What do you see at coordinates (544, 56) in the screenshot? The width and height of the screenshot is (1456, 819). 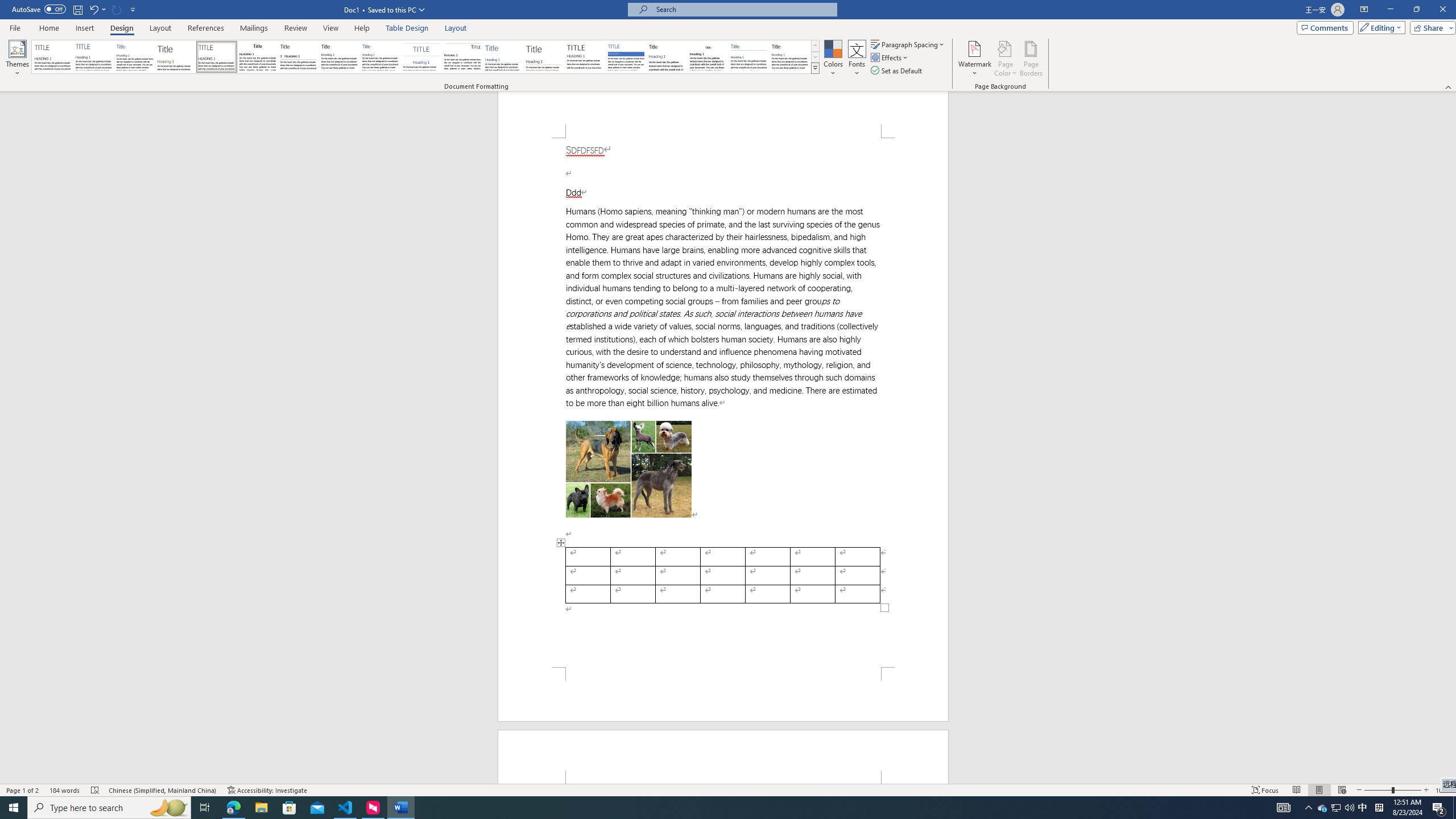 I see `'Lines (Stylish)'` at bounding box center [544, 56].